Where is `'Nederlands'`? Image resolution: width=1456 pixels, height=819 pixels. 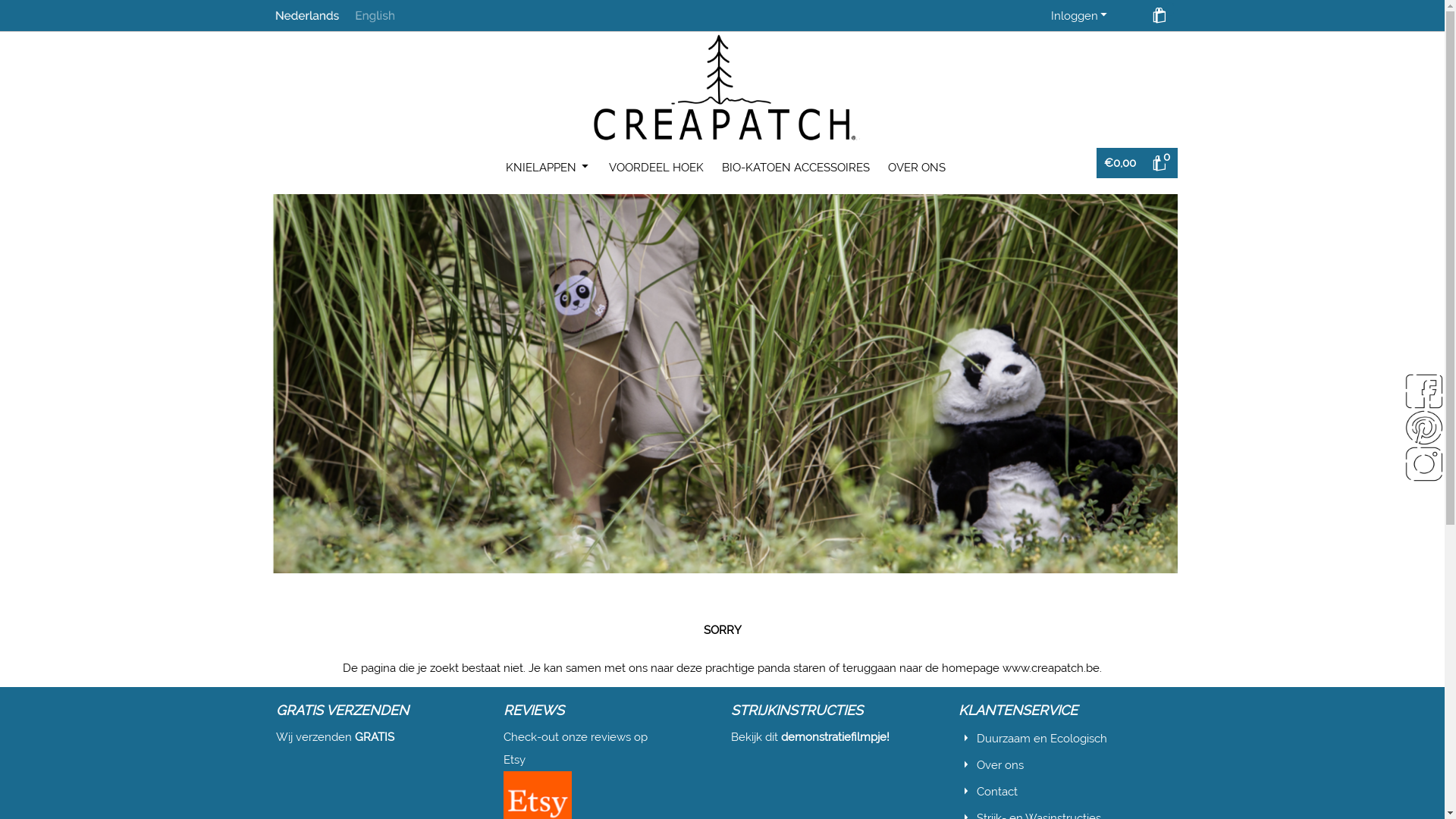 'Nederlands' is located at coordinates (306, 14).